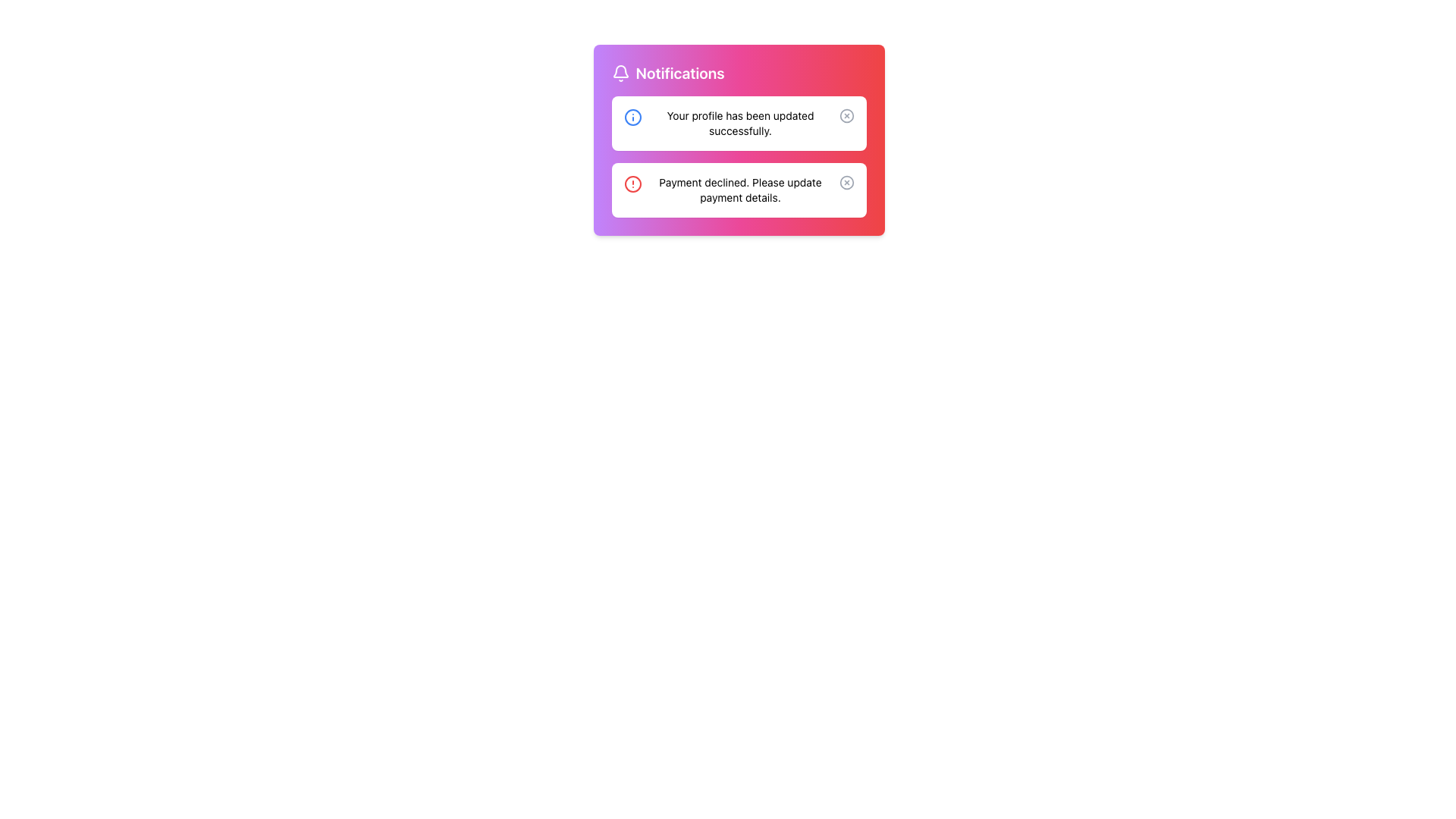 The image size is (1456, 819). Describe the element at coordinates (632, 116) in the screenshot. I see `the informational icon located to the left of the notification message 'Your profile has been updated successfully.'` at that location.